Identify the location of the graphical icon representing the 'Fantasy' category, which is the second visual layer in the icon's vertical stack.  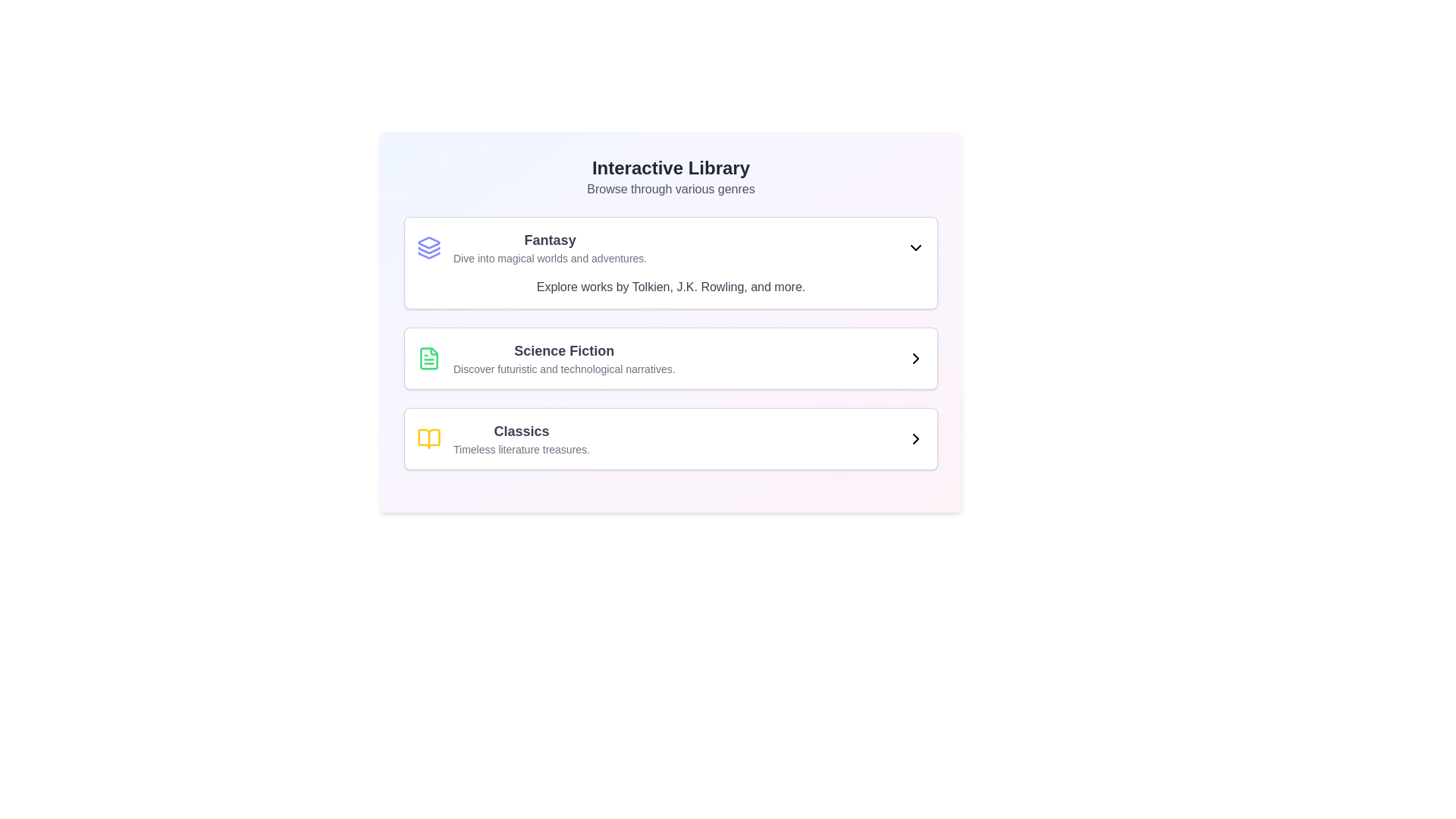
(428, 249).